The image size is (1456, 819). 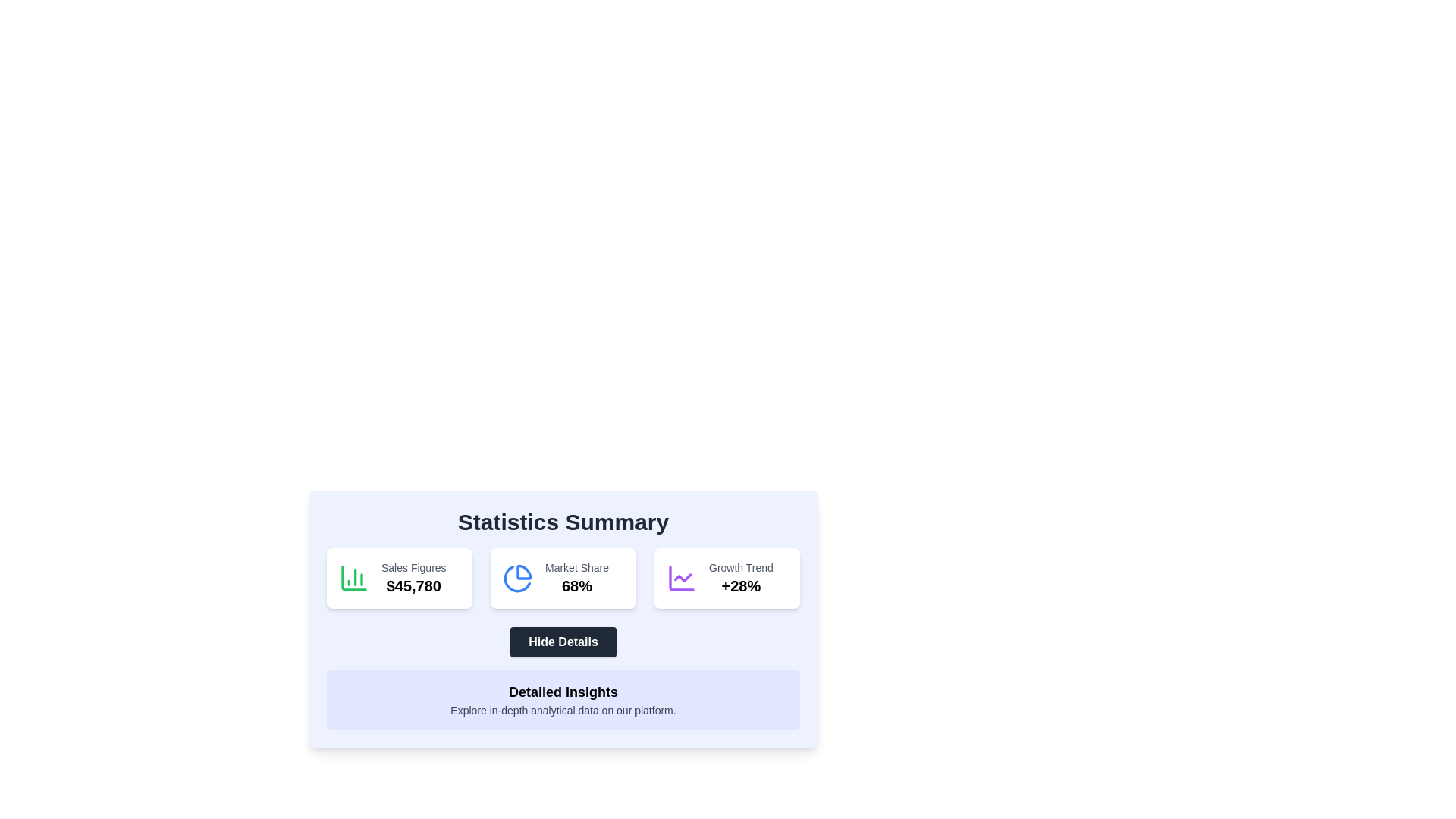 I want to click on the Data Display Component that shows a monetary value, located in the left section of the 'Statistics Summary' panel, to interact with it if it is interactive, so click(x=413, y=579).